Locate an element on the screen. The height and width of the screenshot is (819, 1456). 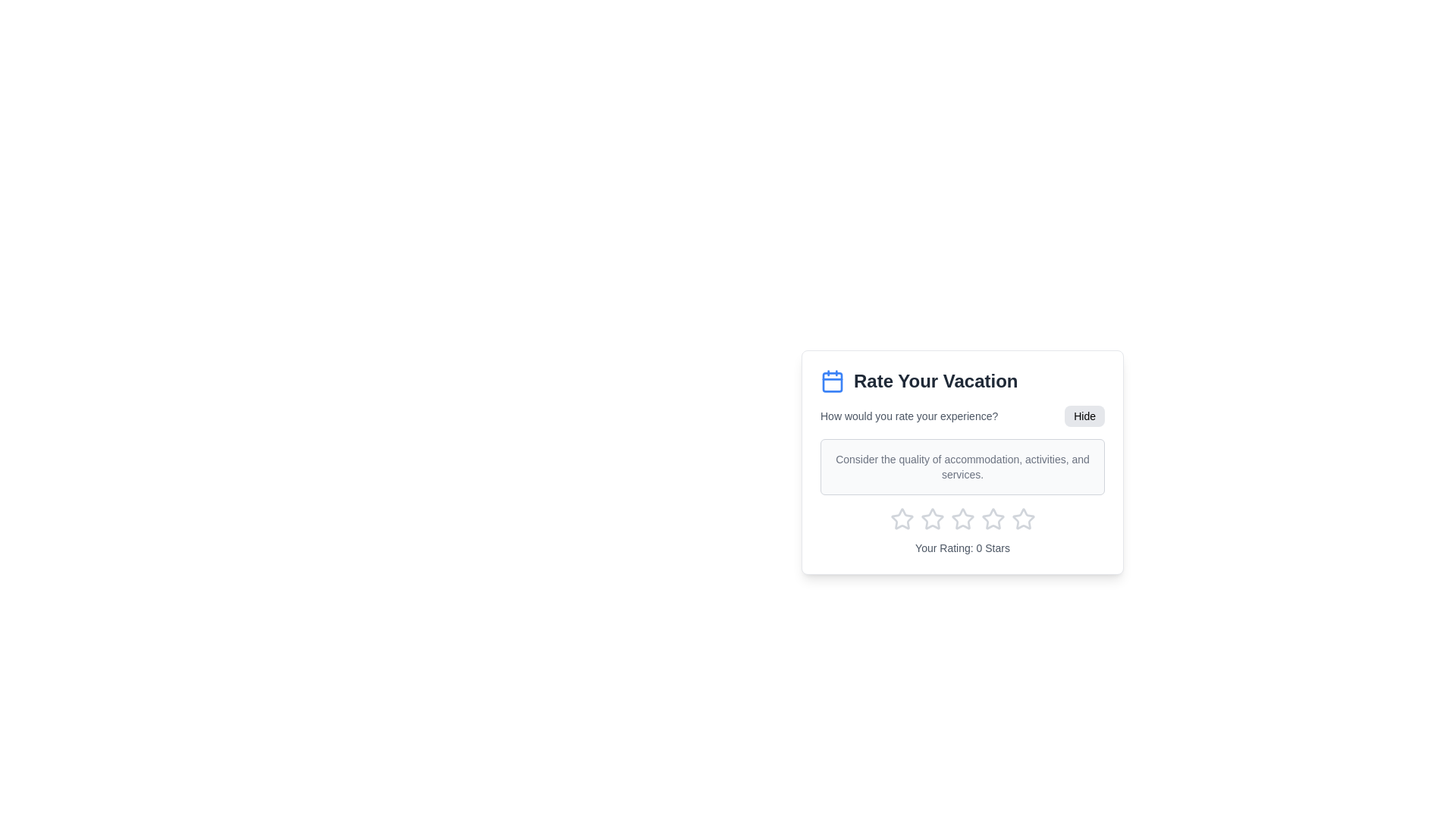
the text header 'Rate Your Vacation', which is styled in bold and large font, located above the phrase 'How would you rate your experience?' is located at coordinates (962, 380).